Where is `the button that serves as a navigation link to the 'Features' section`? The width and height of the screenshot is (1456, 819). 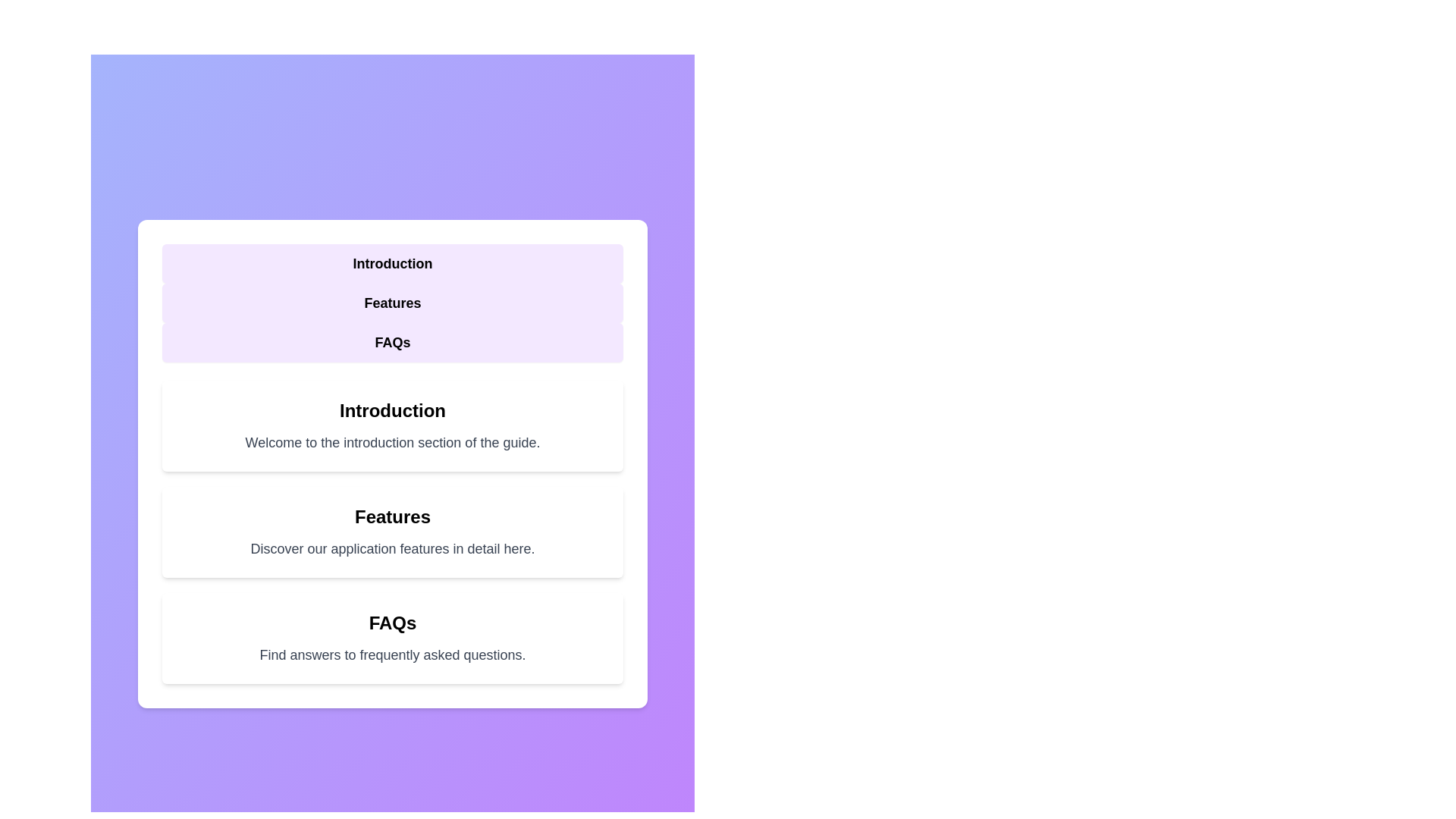
the button that serves as a navigation link to the 'Features' section is located at coordinates (393, 303).